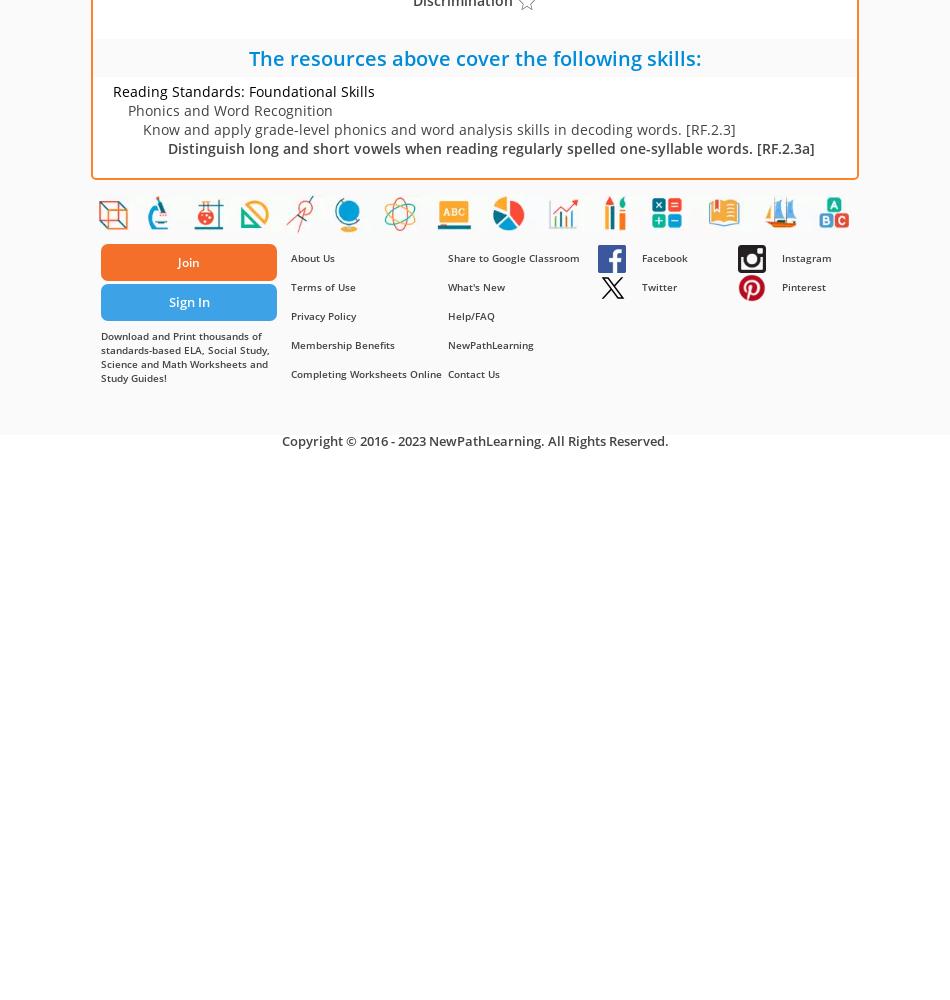 The width and height of the screenshot is (950, 1000). What do you see at coordinates (365, 373) in the screenshot?
I see `'Completing Worksheets Online'` at bounding box center [365, 373].